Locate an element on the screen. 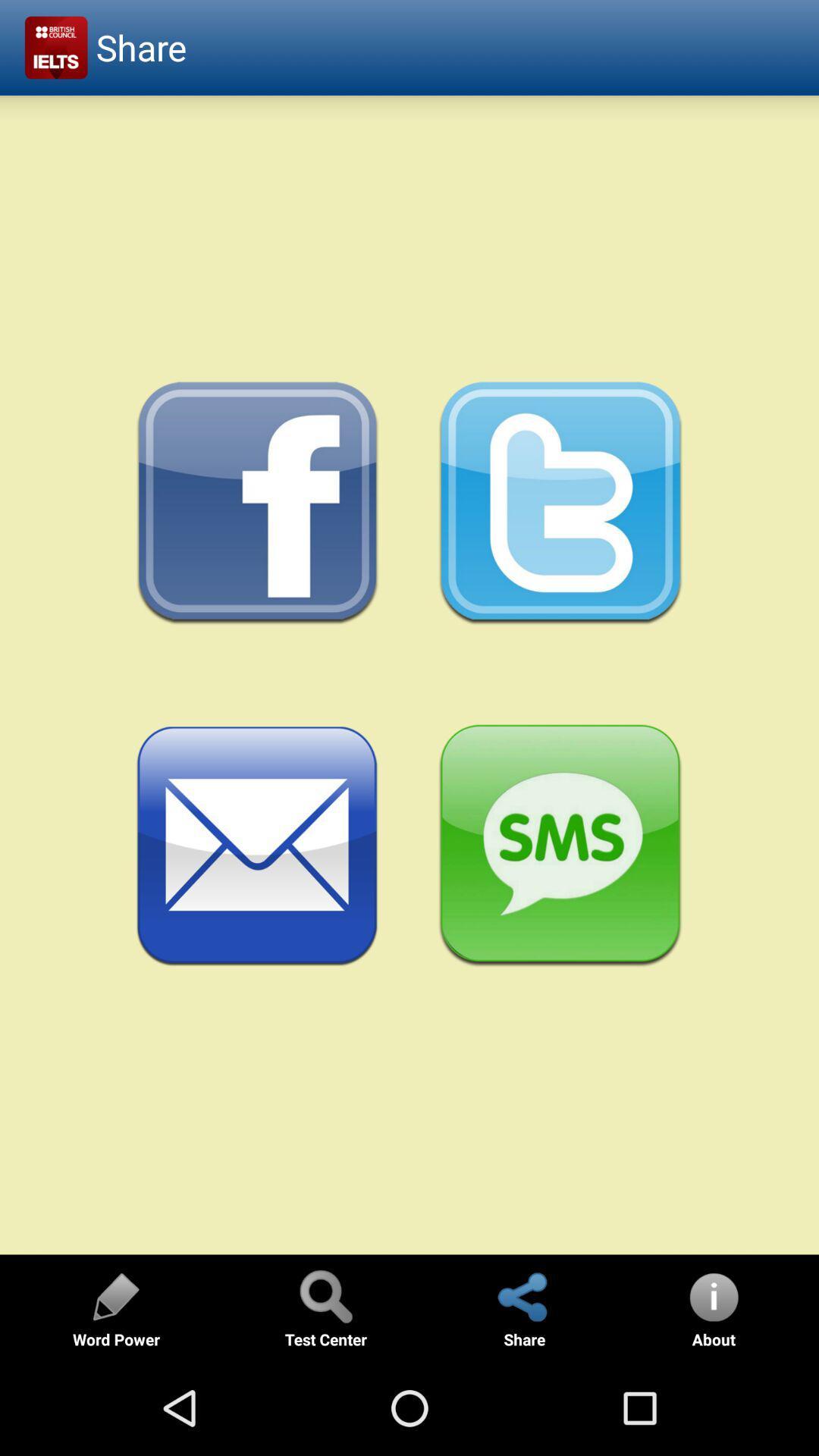 Image resolution: width=819 pixels, height=1456 pixels. search for help is located at coordinates (325, 1295).